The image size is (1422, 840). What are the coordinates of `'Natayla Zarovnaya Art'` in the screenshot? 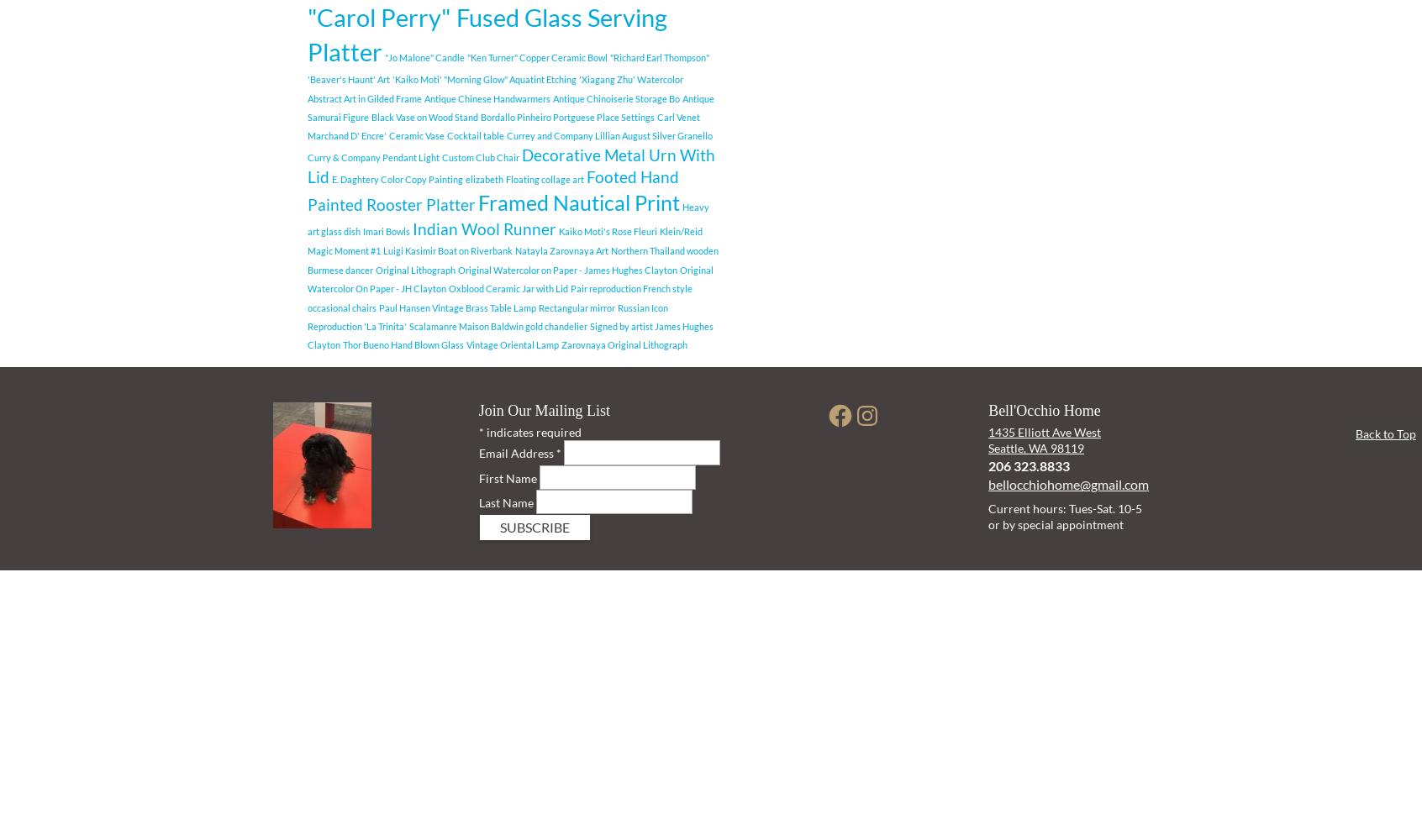 It's located at (561, 250).